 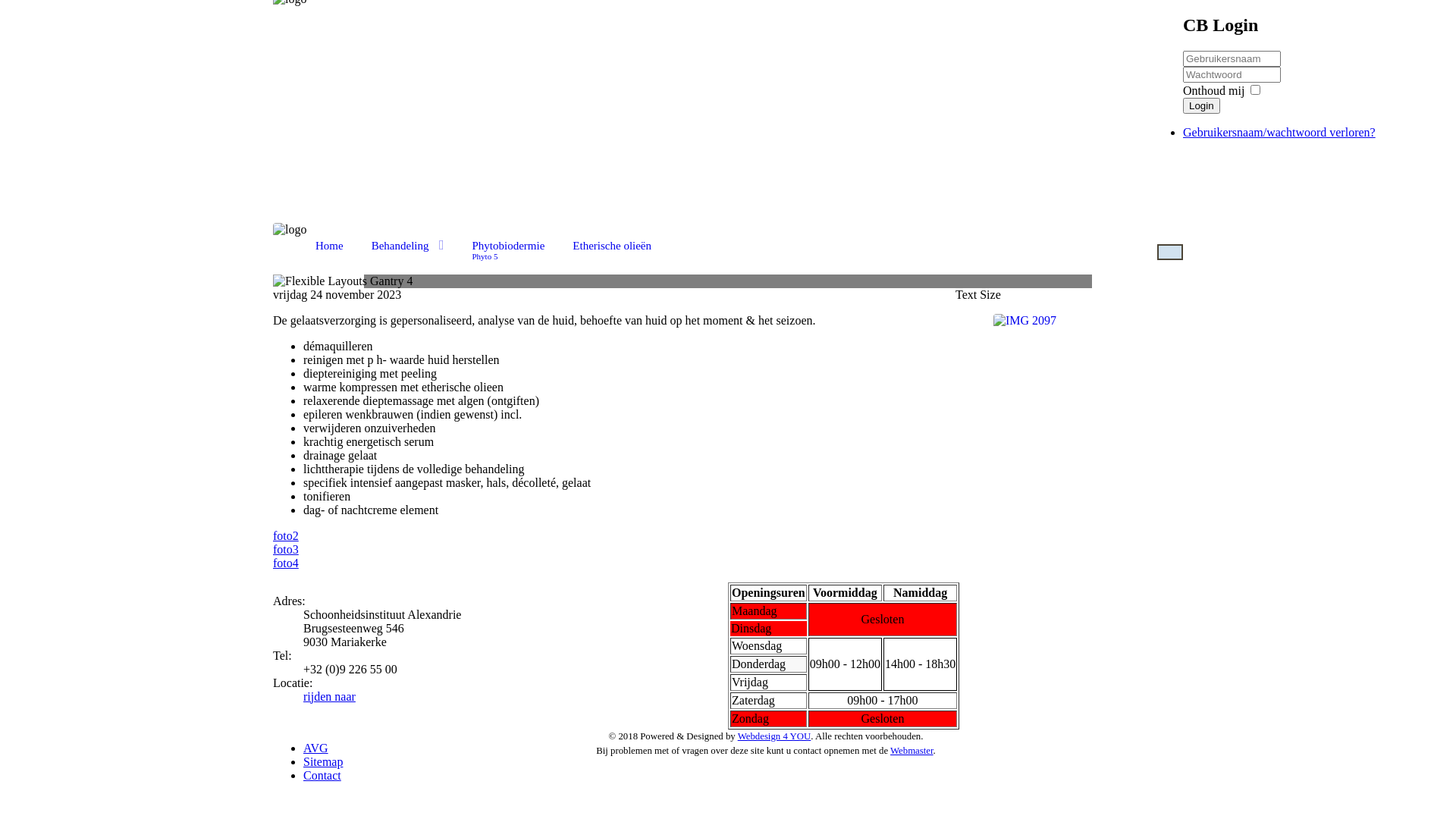 What do you see at coordinates (460, 247) in the screenshot?
I see `'Phytobiodermie` at bounding box center [460, 247].